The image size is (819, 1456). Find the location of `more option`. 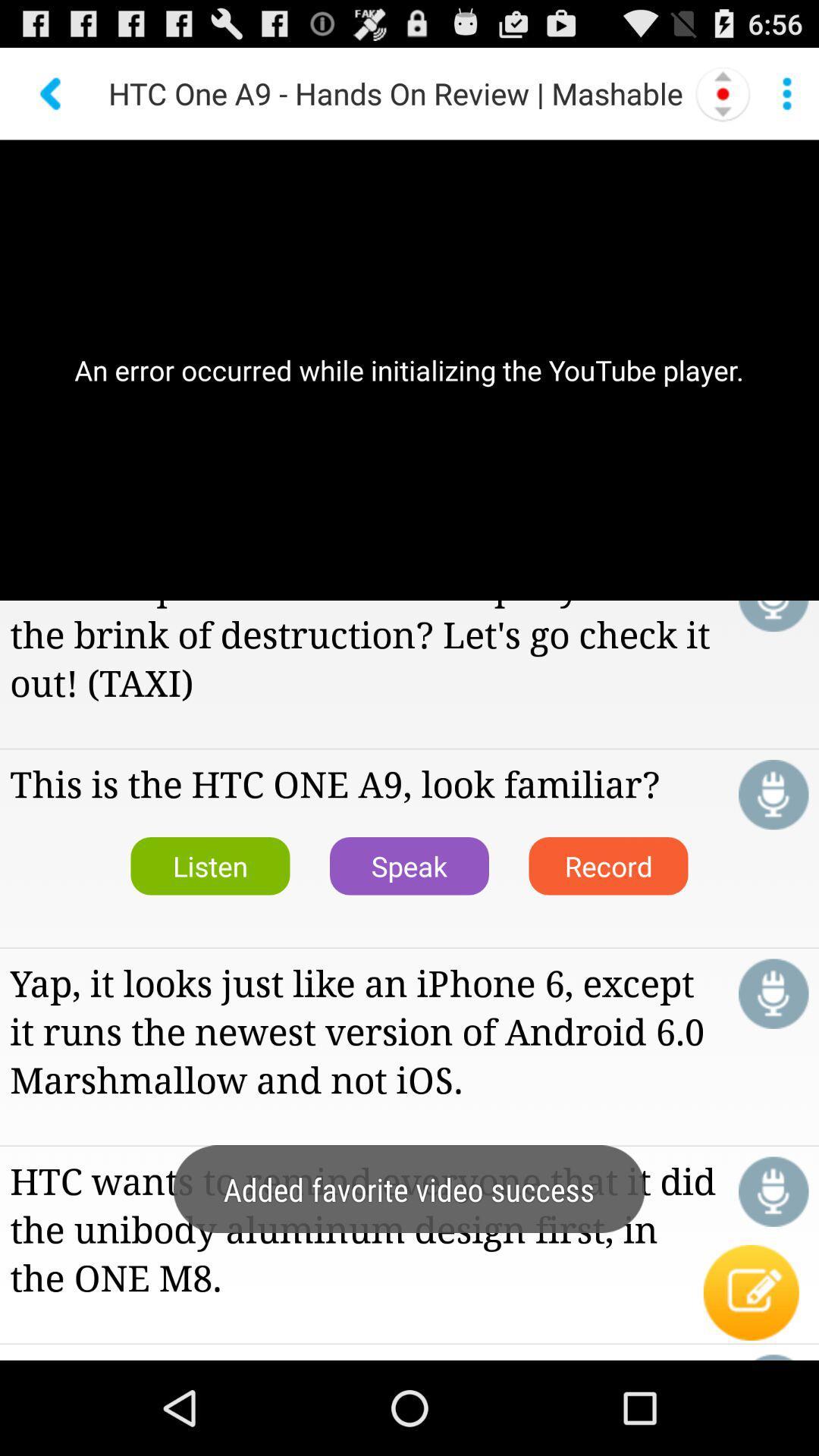

more option is located at coordinates (786, 93).